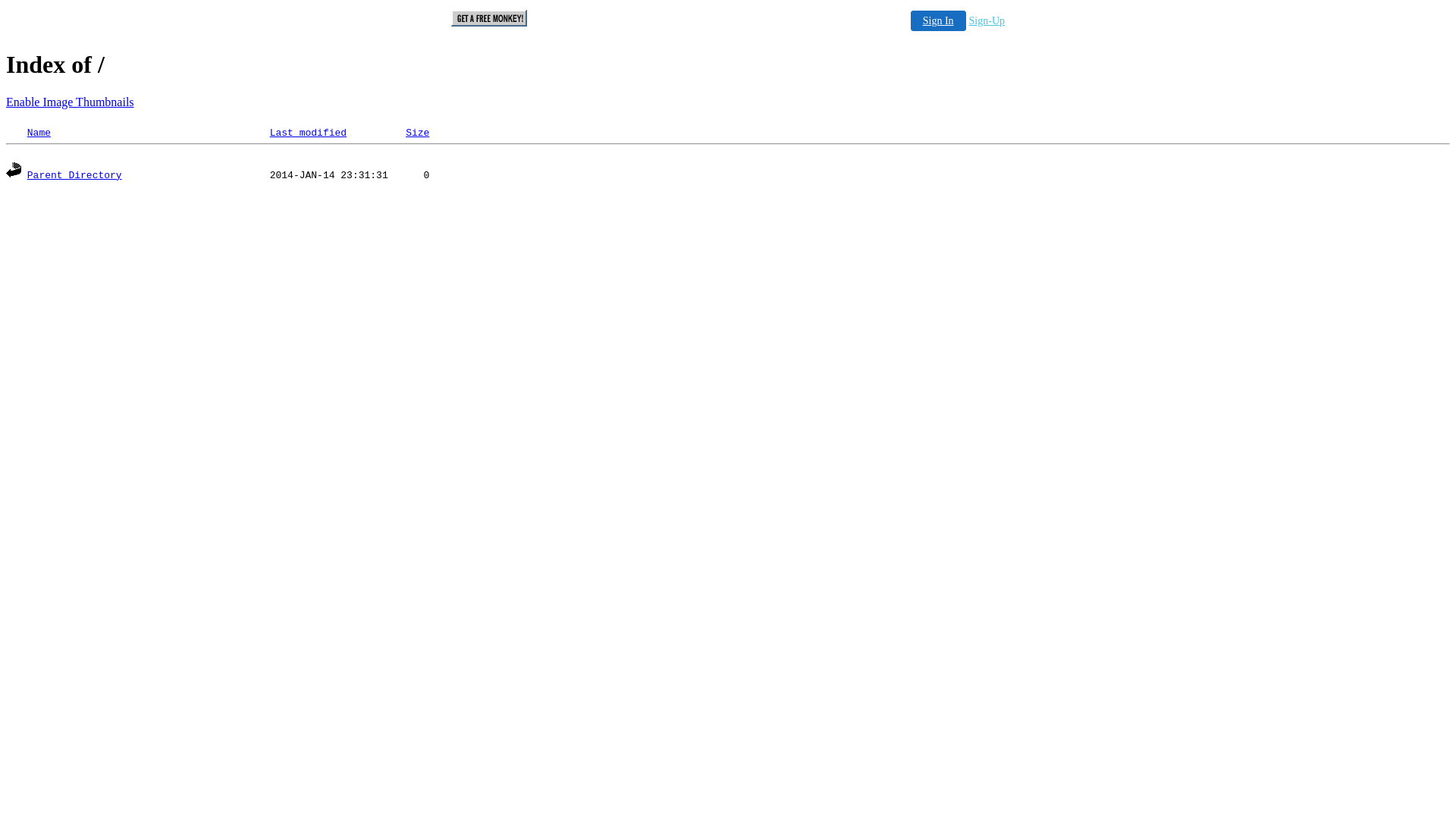  Describe the element at coordinates (937, 20) in the screenshot. I see `'Sign In'` at that location.